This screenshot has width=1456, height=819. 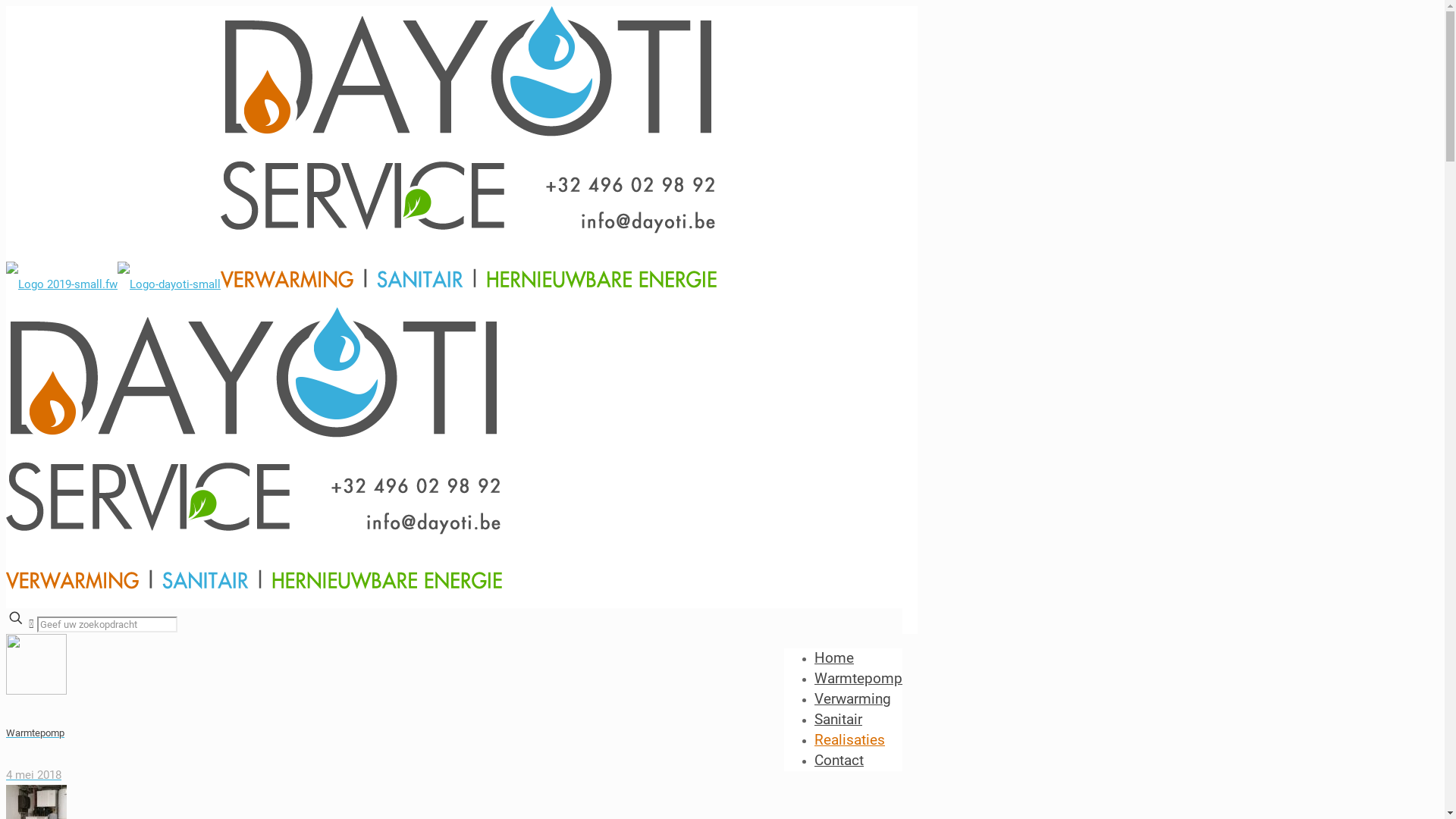 What do you see at coordinates (360, 435) in the screenshot?
I see `'Dayoti'` at bounding box center [360, 435].